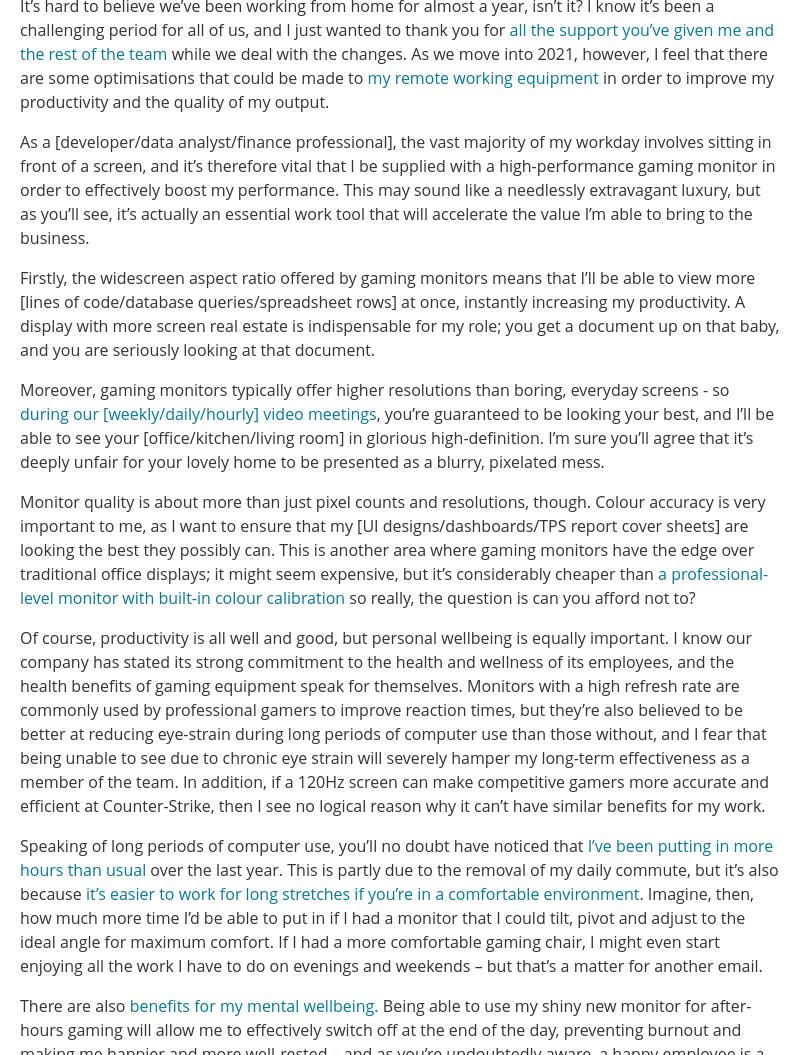 The width and height of the screenshot is (800, 1055). Describe the element at coordinates (396, 435) in the screenshot. I see `', you’re guaranteed to be looking your best, and I’ll be able to see your [office/kitchen/living room] in glorious high-definition. I’m sure you’ll agree that it’s deeply unfair for your lovely home to be presented as a blurry, pixelated mess.'` at that location.